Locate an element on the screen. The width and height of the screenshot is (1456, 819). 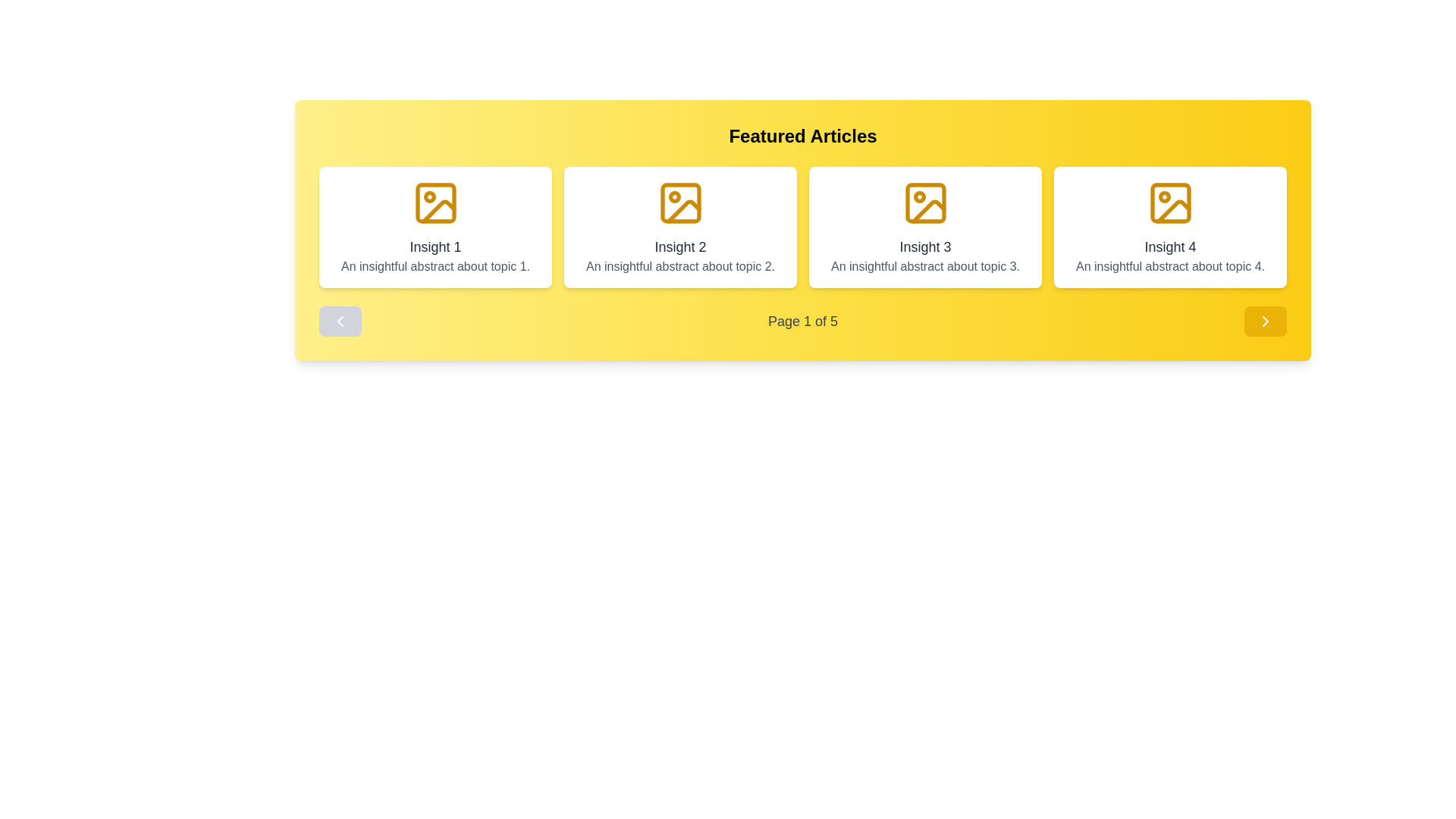
the Circle element located within the second icon of the horizontal list of four icons in the yellow-highlighted 'Featured Articles' area is located at coordinates (673, 196).